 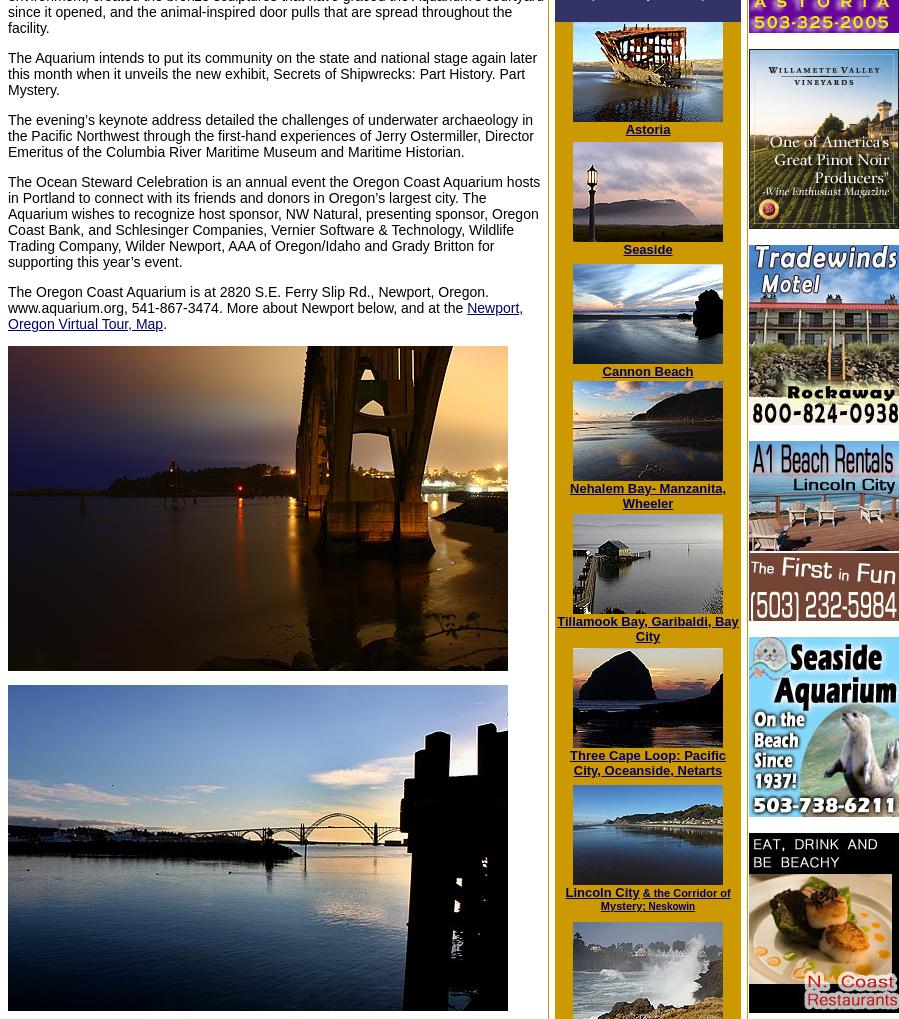 What do you see at coordinates (272, 73) in the screenshot?
I see `'The Aquarium intends to put its community on the state and national stage again later this month when it unveils the new exhibit, Secrets of Shipwrecks: Part History. Part Mystery.'` at bounding box center [272, 73].